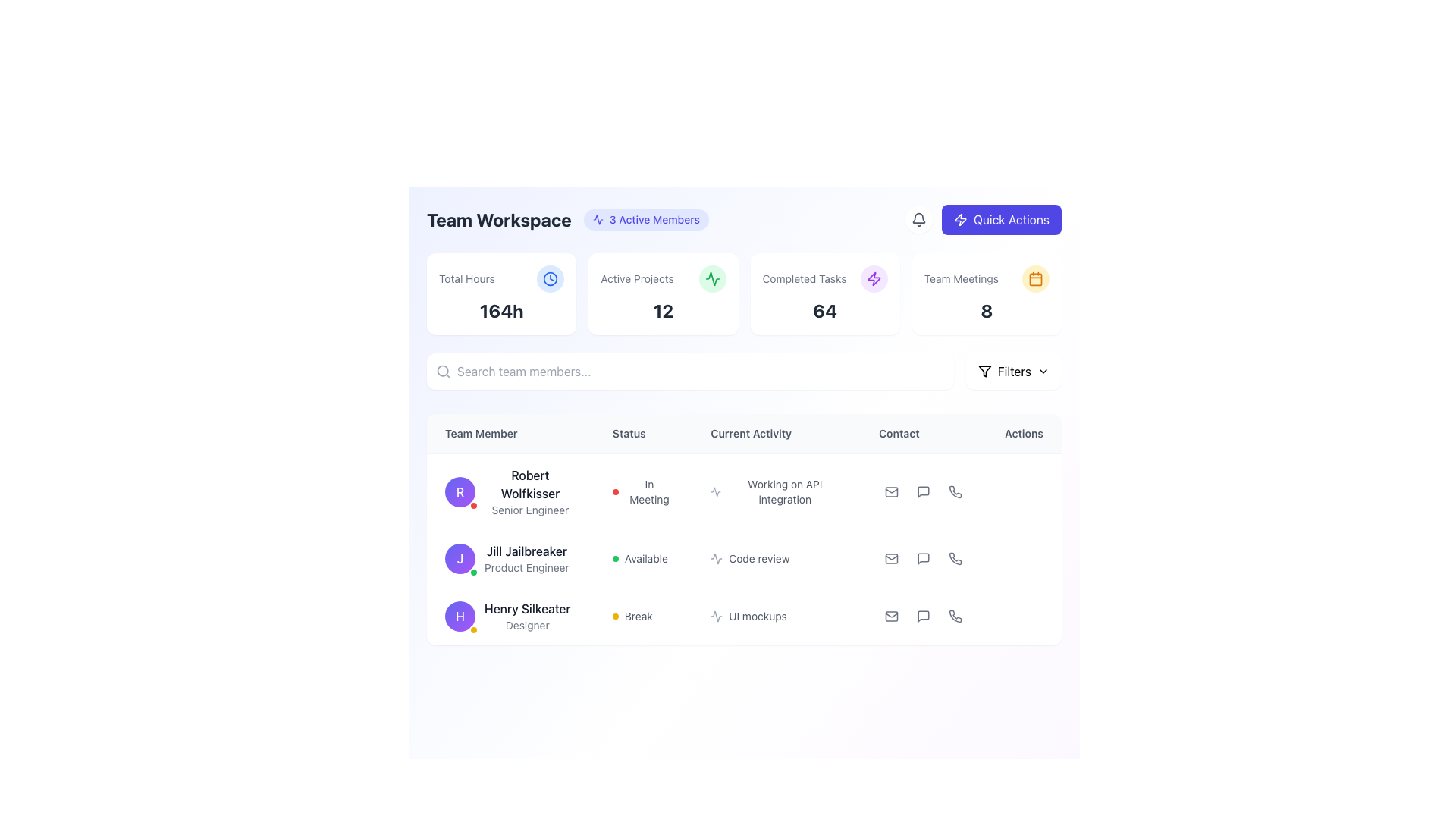 The width and height of the screenshot is (1456, 819). Describe the element at coordinates (874, 278) in the screenshot. I see `the purple lightning bolt icon inside the 'Quick Actions' circular button located in the top-right corner of the interface` at that location.